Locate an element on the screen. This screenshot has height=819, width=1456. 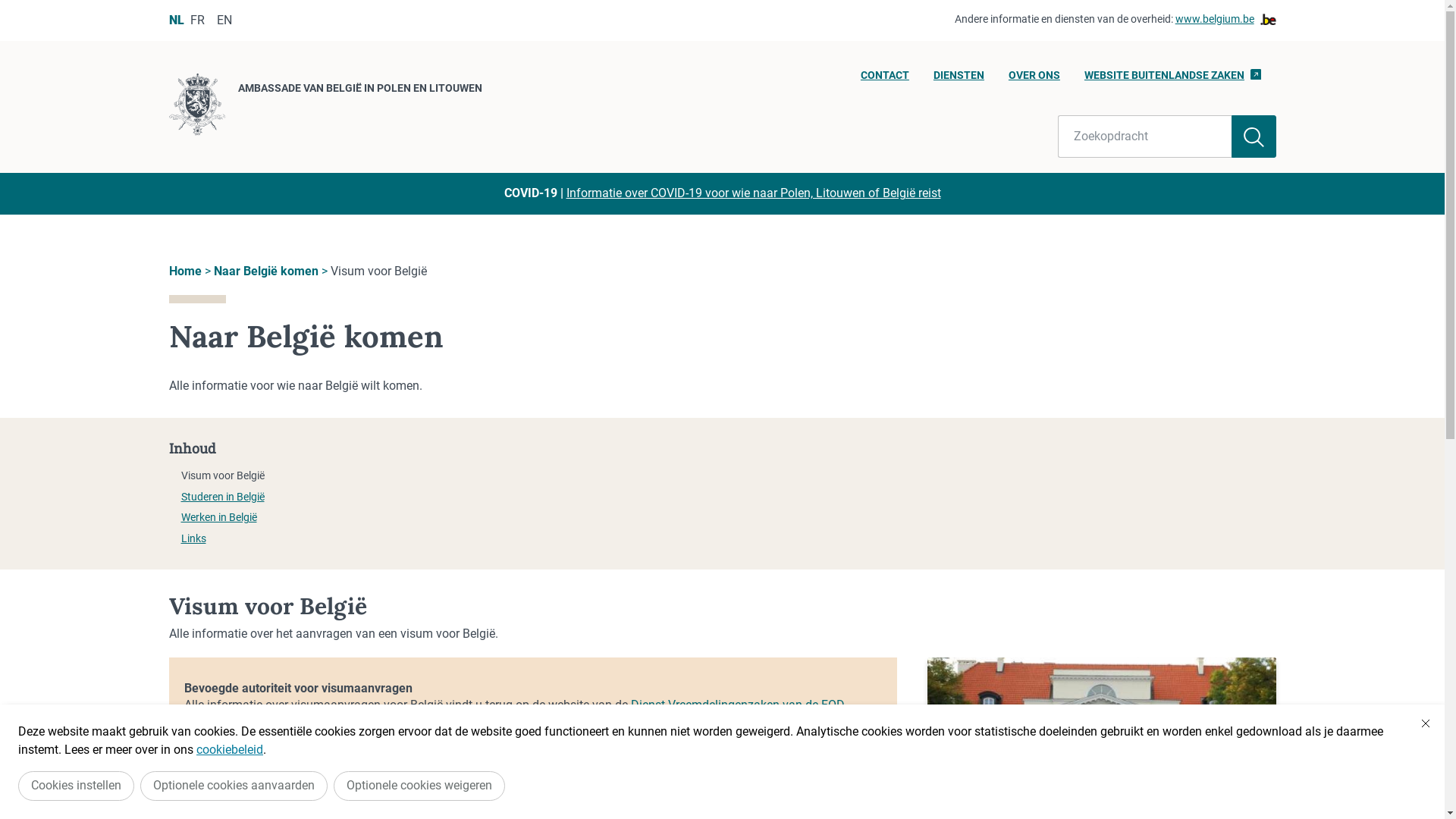
'Dienst Vreemdelingenzaken van de FOD Binnenlandse Zaken' is located at coordinates (513, 713).